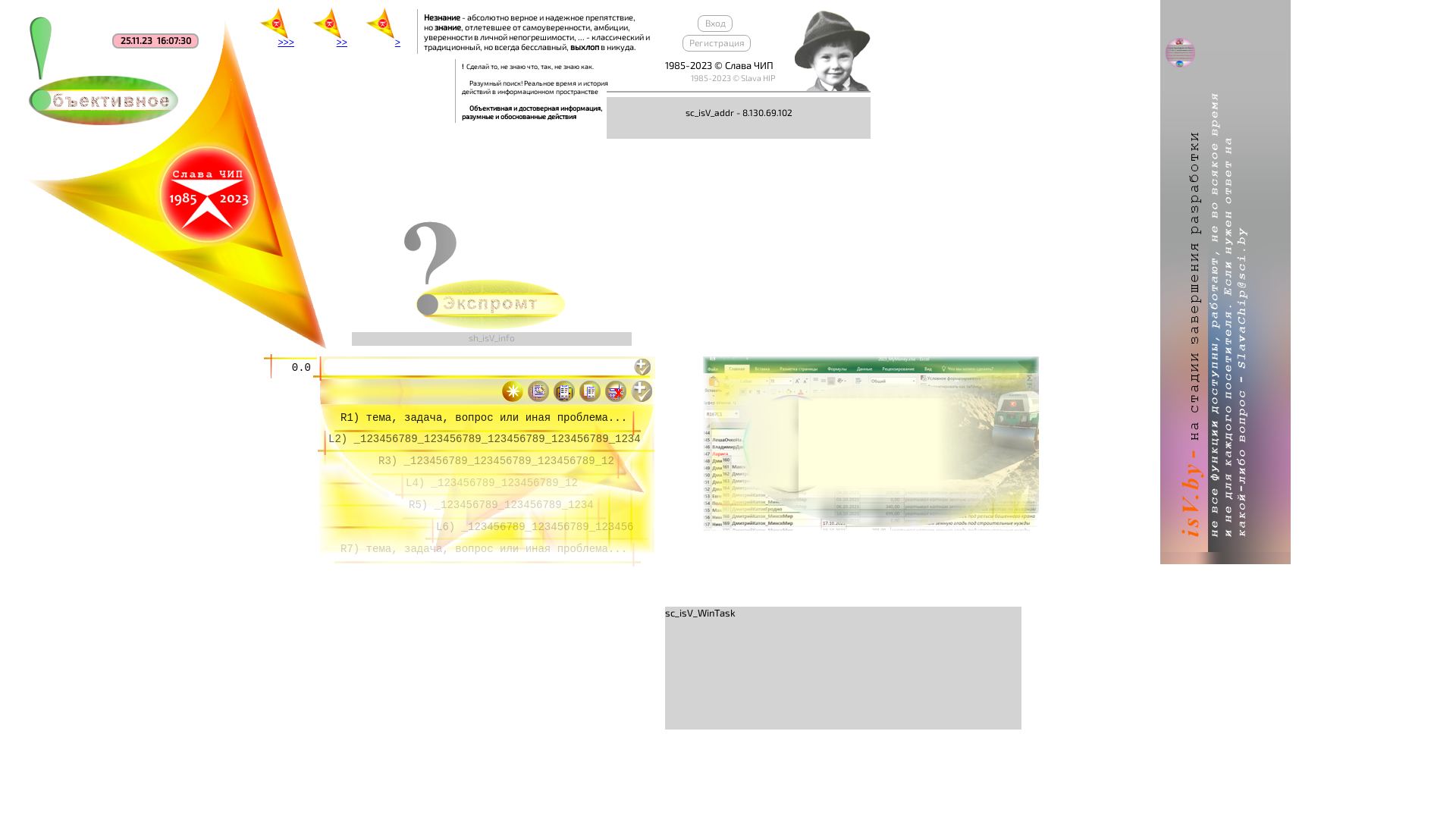 The image size is (1456, 819). Describe the element at coordinates (286, 58) in the screenshot. I see `'>>>'` at that location.